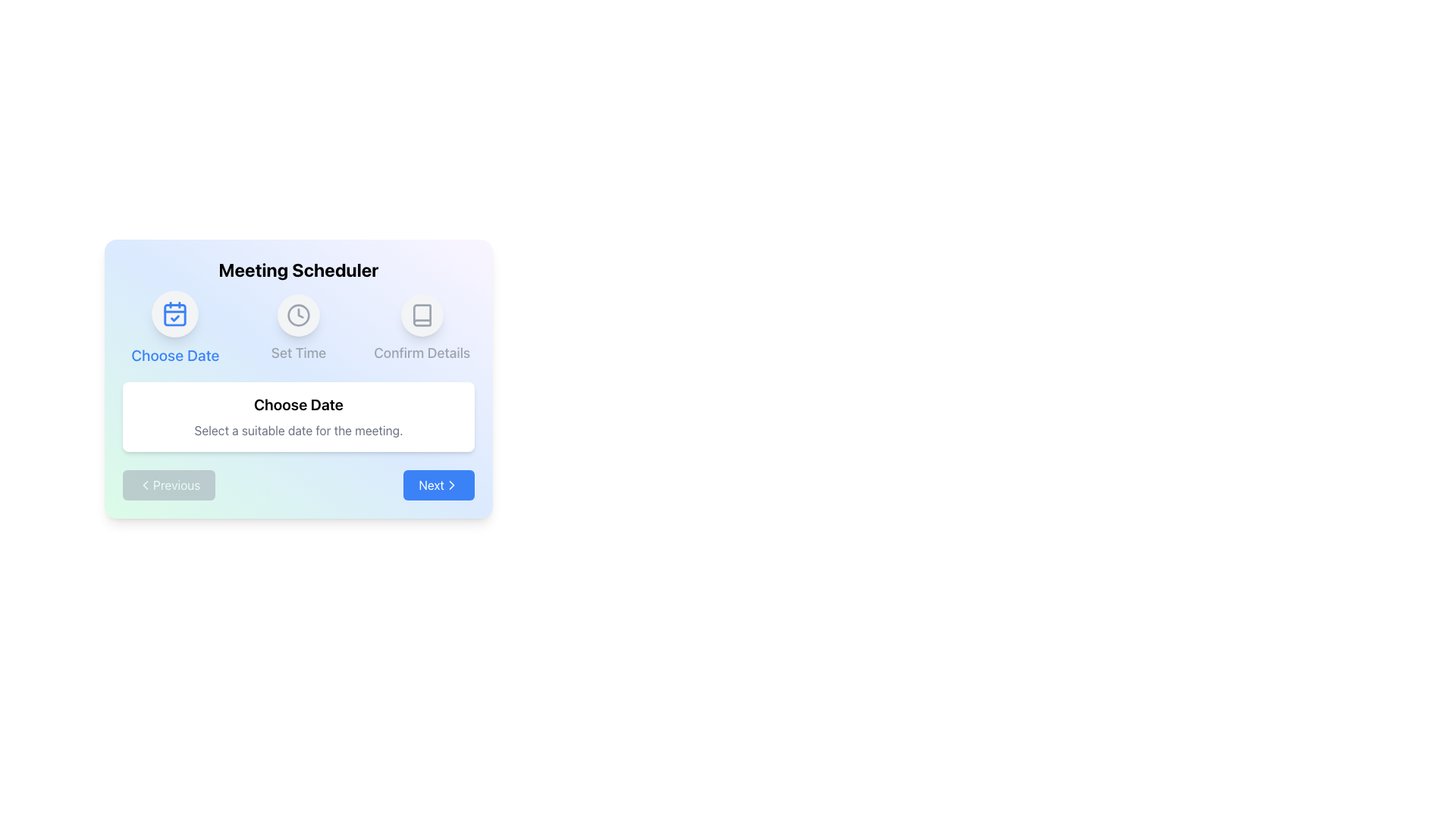 This screenshot has width=1456, height=819. Describe the element at coordinates (298, 353) in the screenshot. I see `'Set Time' label, which is the second item in a row of three options under the clock icon in the card interface` at that location.